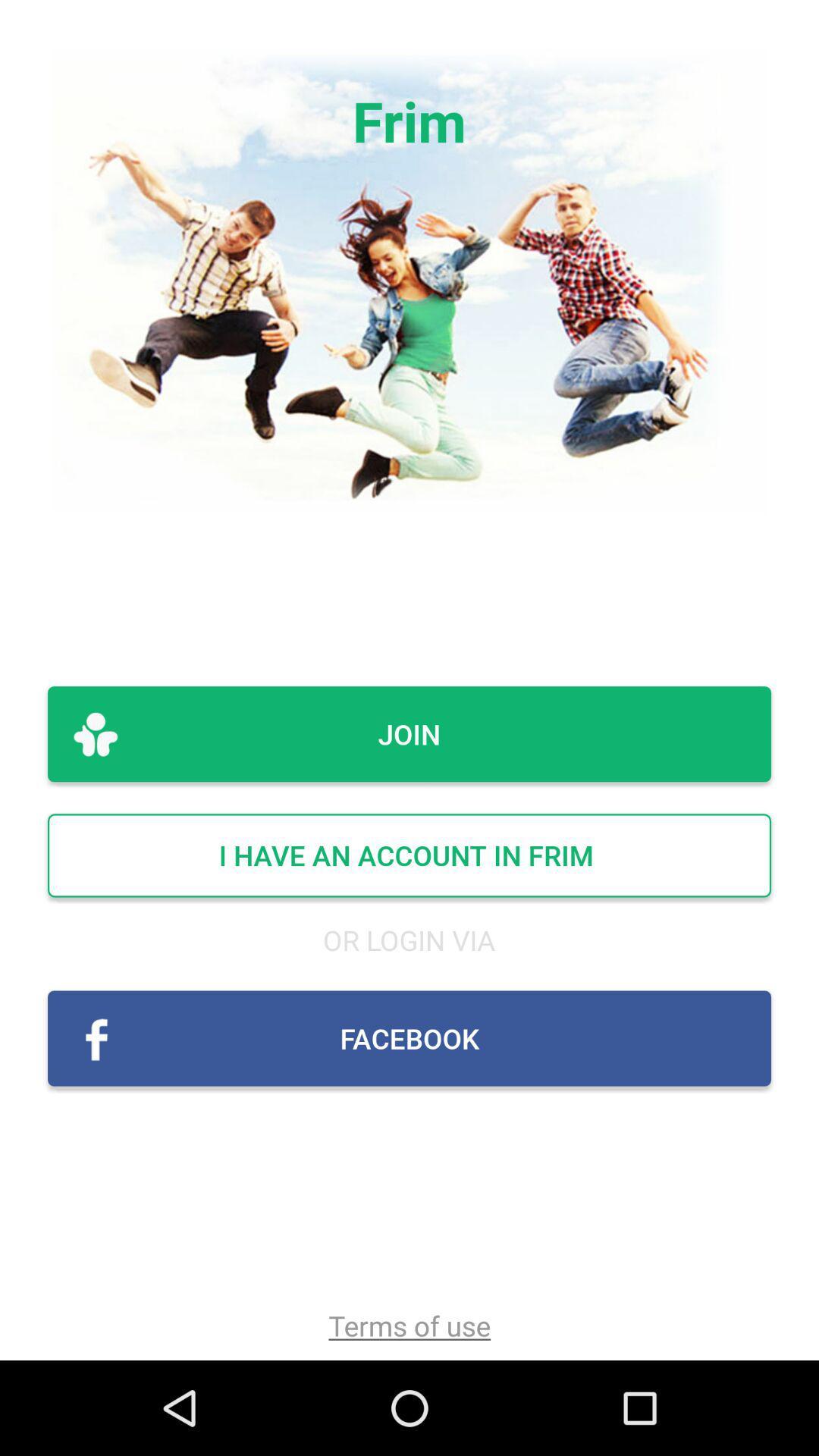  What do you see at coordinates (409, 1037) in the screenshot?
I see `item below the or login via icon` at bounding box center [409, 1037].